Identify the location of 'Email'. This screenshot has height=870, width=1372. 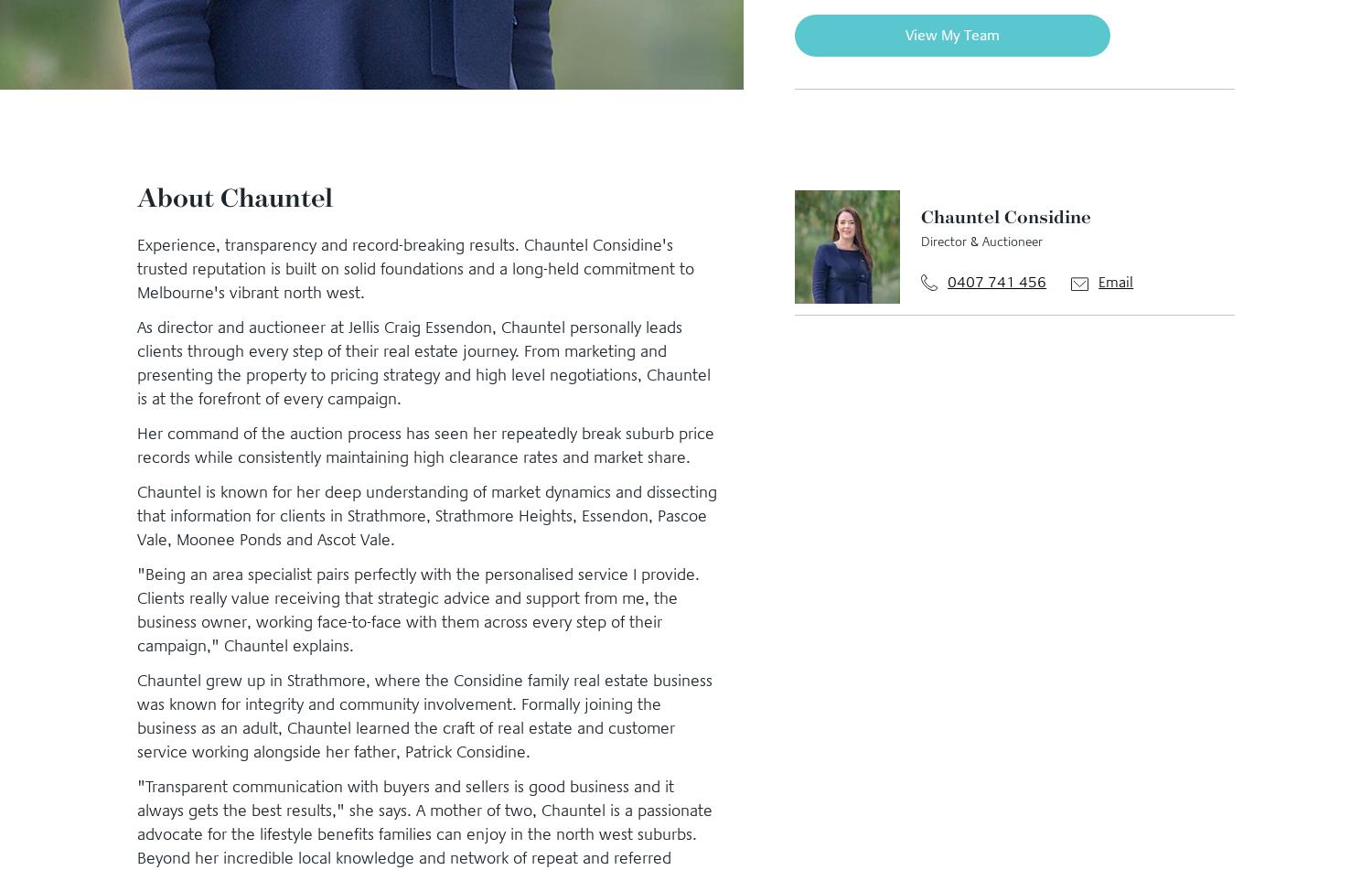
(1114, 281).